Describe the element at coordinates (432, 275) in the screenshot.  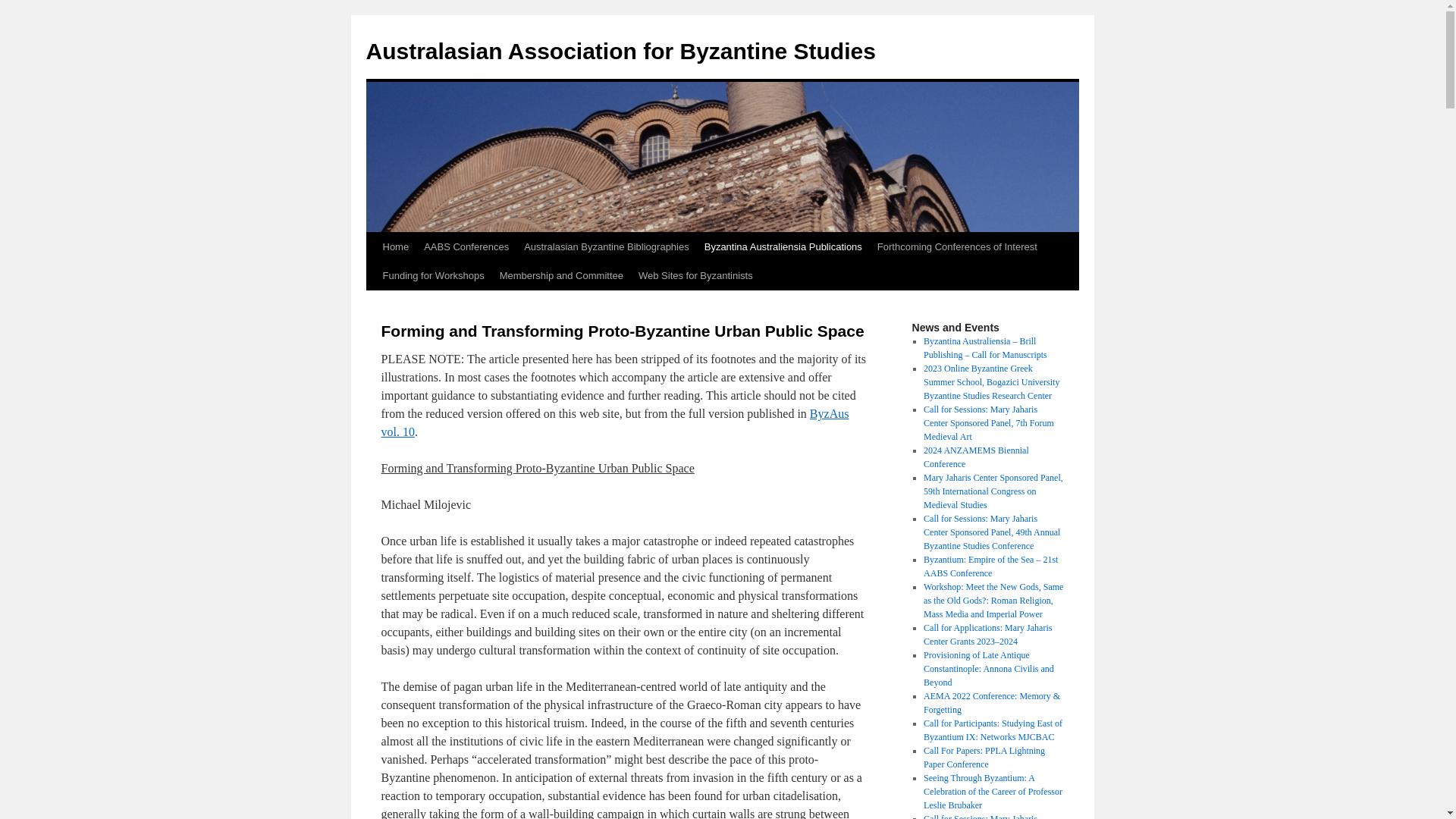
I see `'Funding for Workshops'` at that location.